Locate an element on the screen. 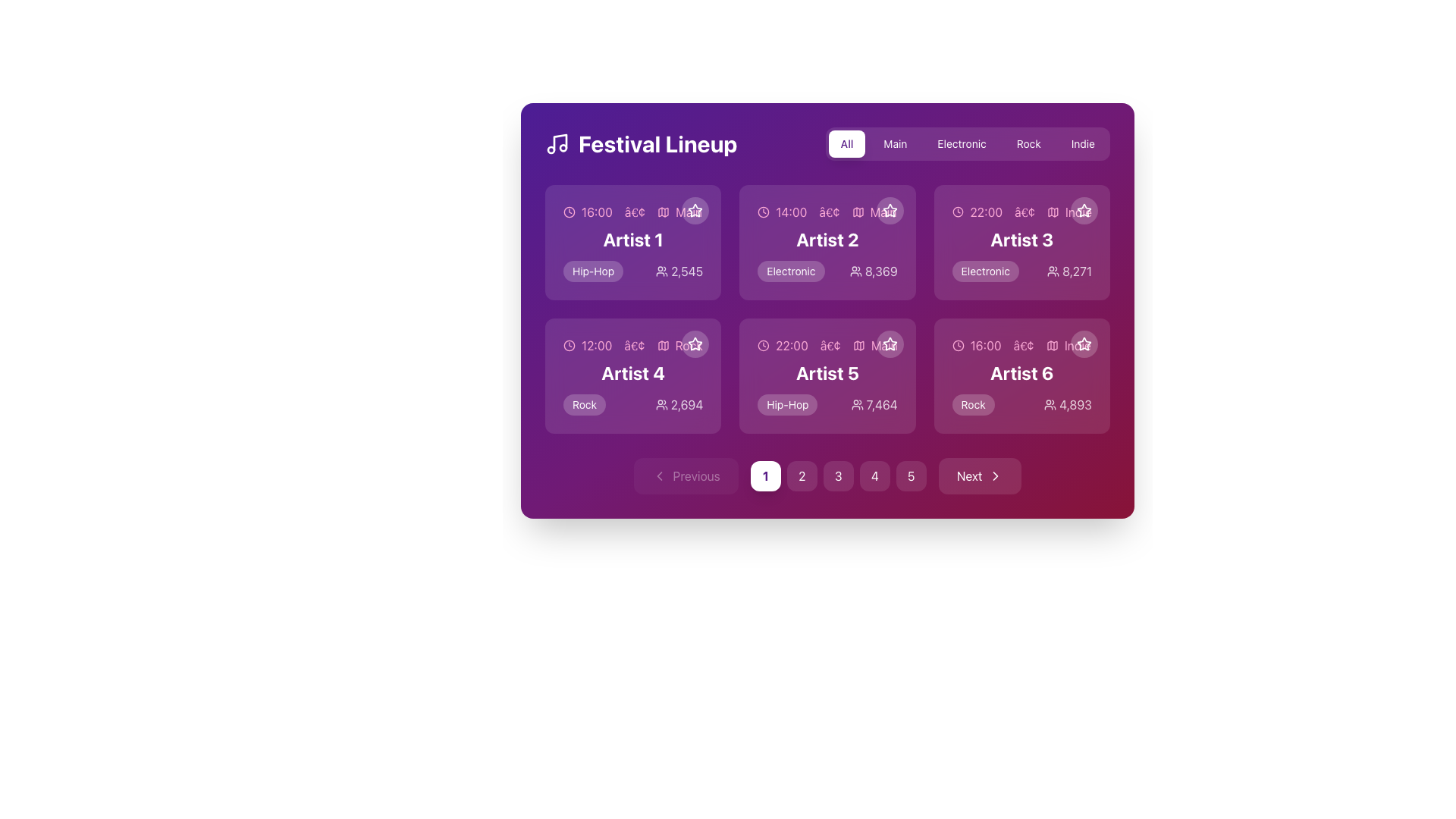 Image resolution: width=1456 pixels, height=819 pixels. the icon of two user figures located in the bottom right section of the main grid layout, to the immediate left of the numeric label '4,893' is located at coordinates (1050, 403).